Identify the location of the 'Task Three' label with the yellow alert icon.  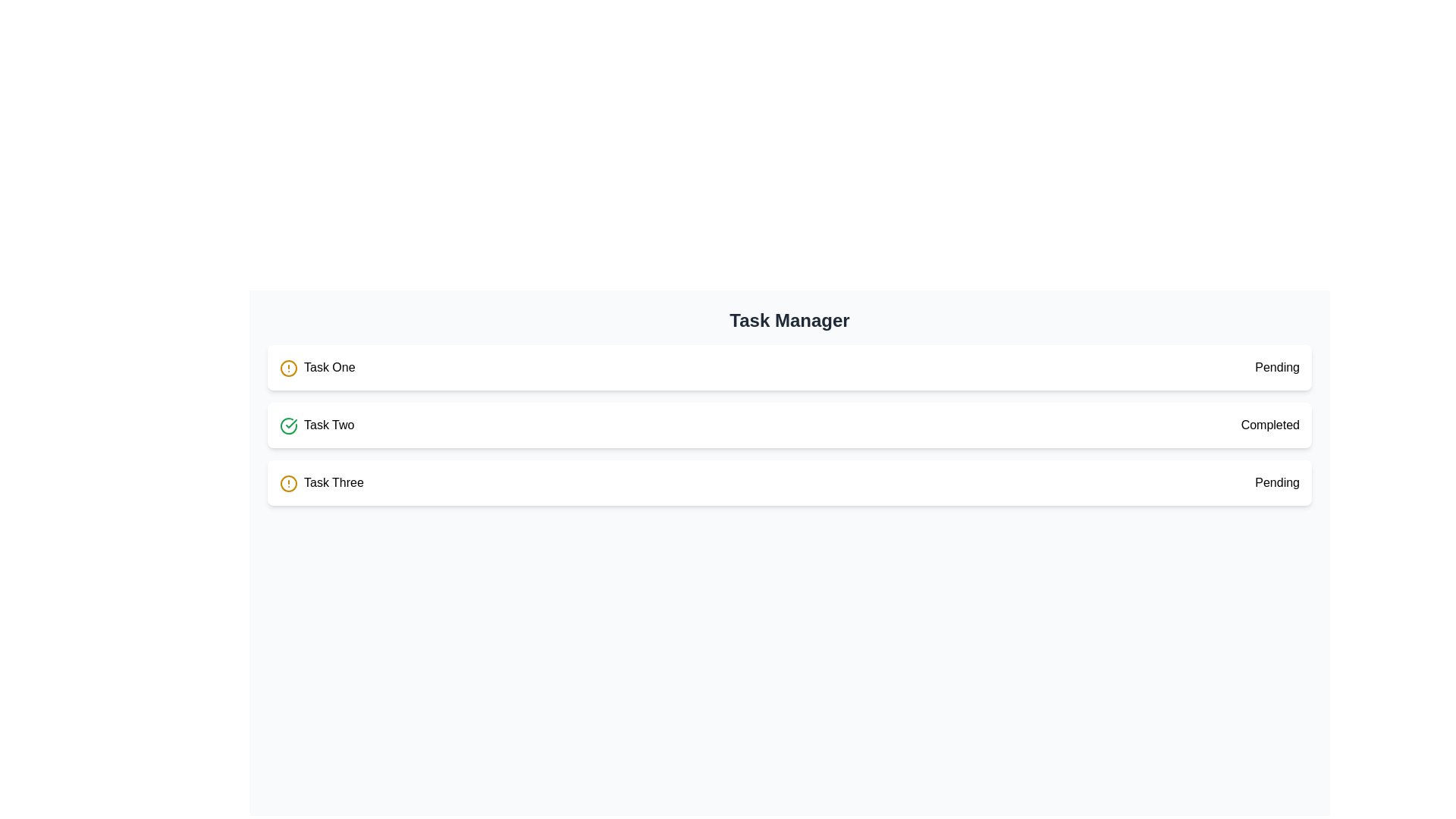
(321, 482).